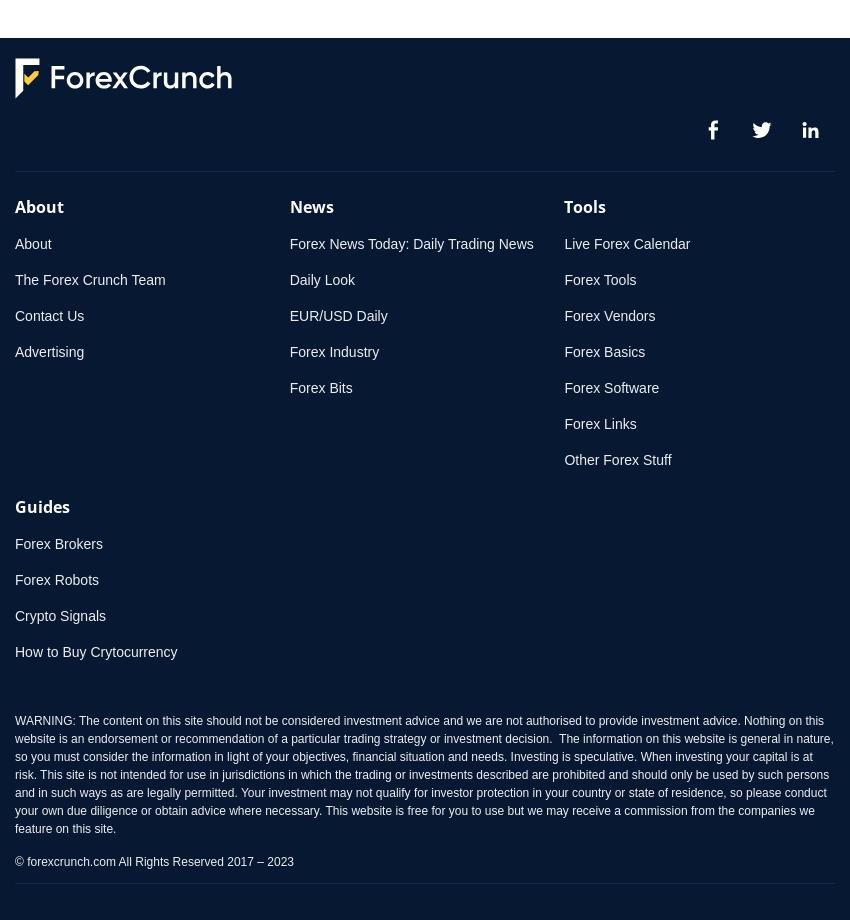 Image resolution: width=850 pixels, height=920 pixels. Describe the element at coordinates (60, 615) in the screenshot. I see `'Crypto Signals'` at that location.